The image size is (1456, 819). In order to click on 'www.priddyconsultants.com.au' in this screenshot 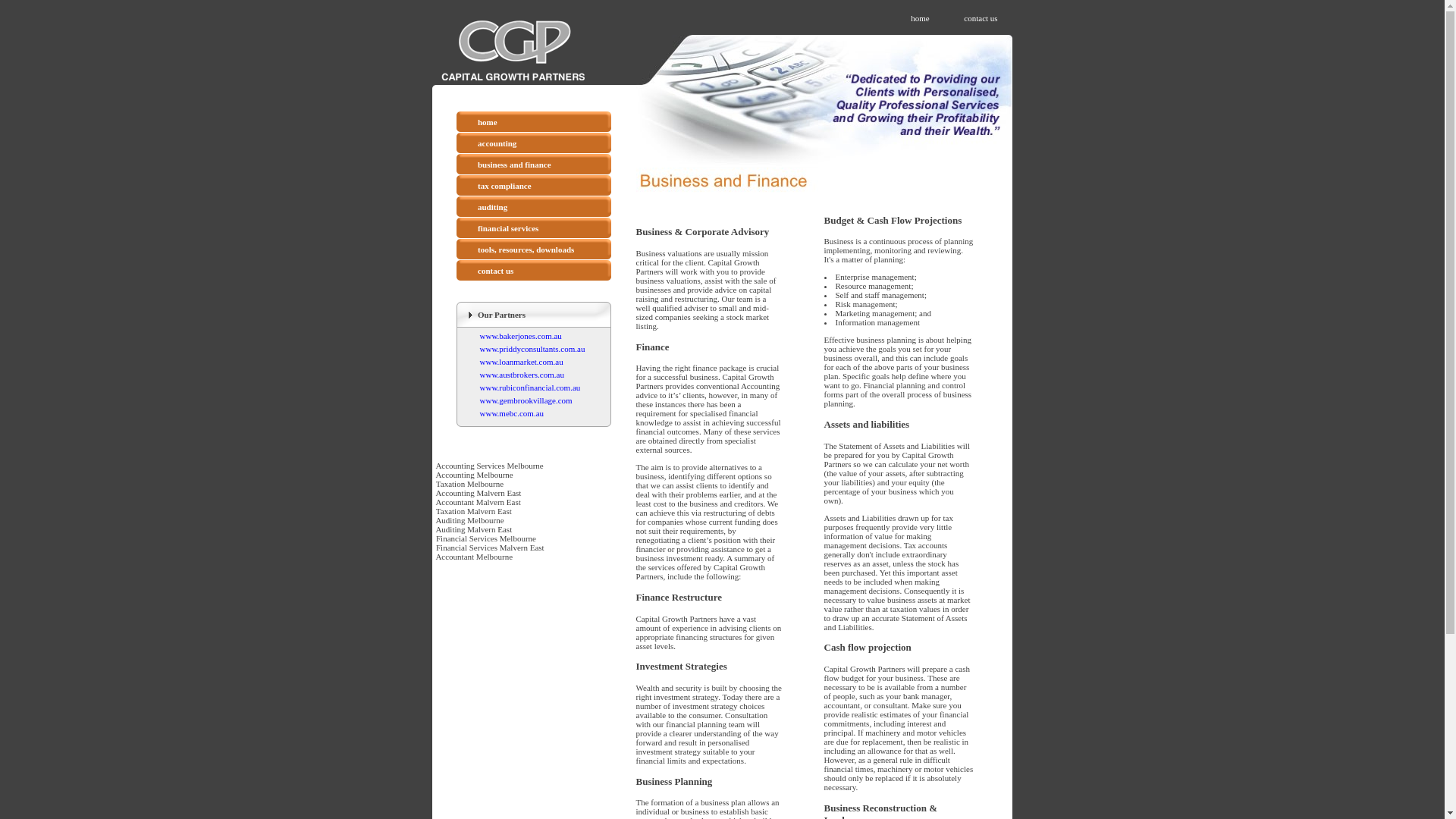, I will do `click(479, 348)`.